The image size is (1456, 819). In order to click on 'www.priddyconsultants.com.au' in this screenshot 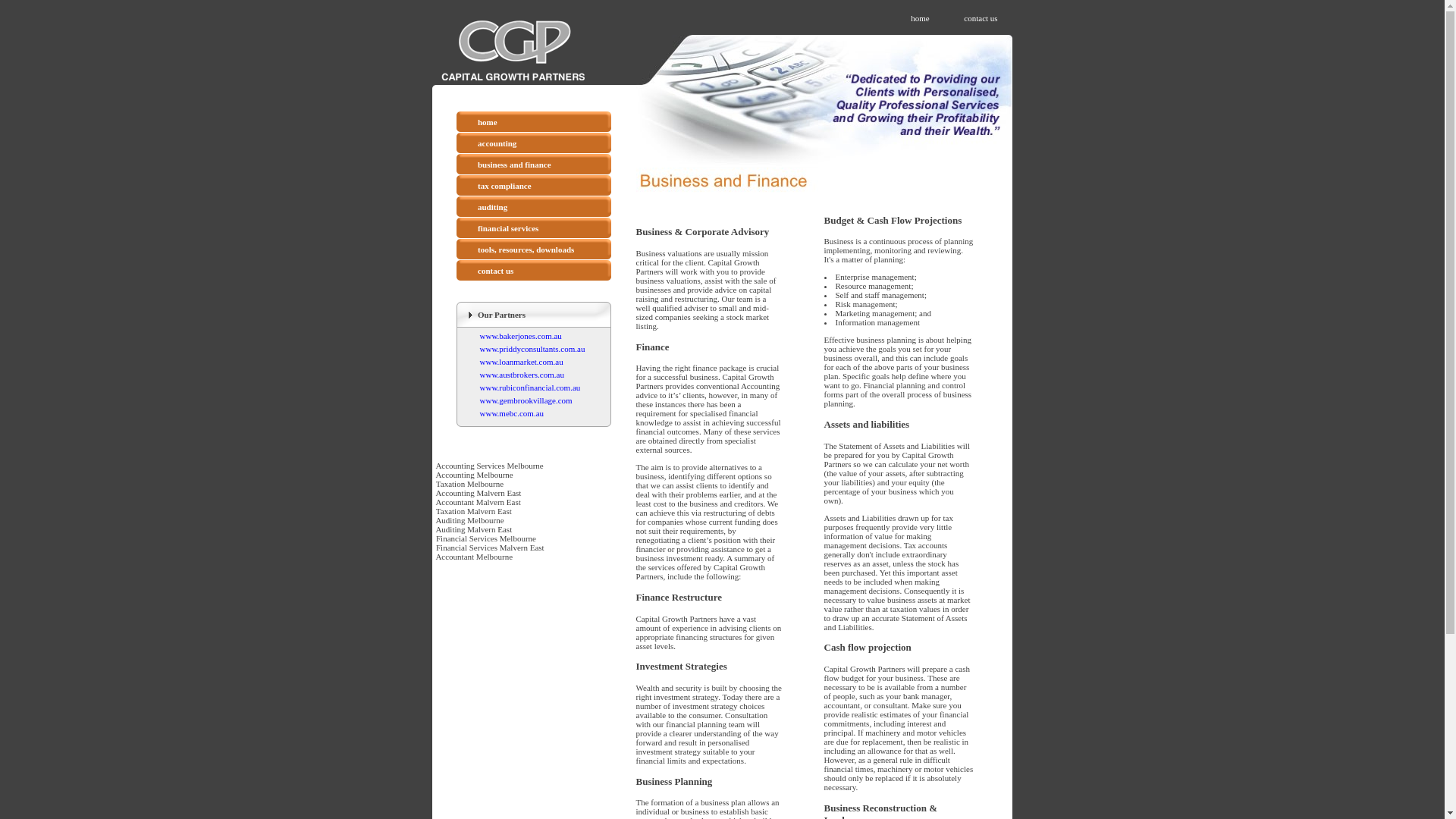, I will do `click(479, 348)`.